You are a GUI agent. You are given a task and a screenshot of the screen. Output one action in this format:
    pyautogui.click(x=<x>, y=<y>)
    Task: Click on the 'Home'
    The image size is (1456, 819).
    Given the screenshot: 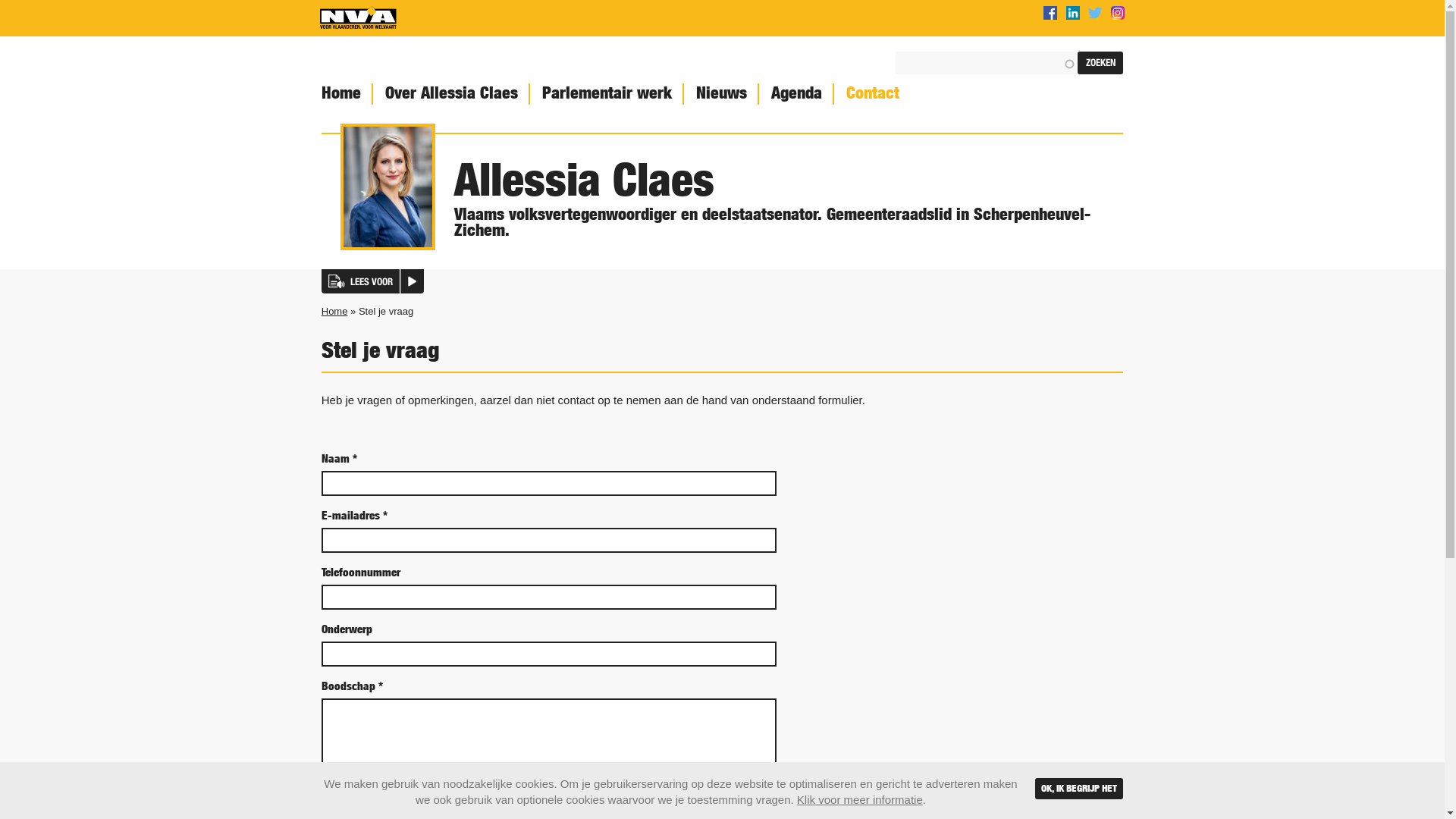 What is the action you would take?
    pyautogui.click(x=334, y=309)
    